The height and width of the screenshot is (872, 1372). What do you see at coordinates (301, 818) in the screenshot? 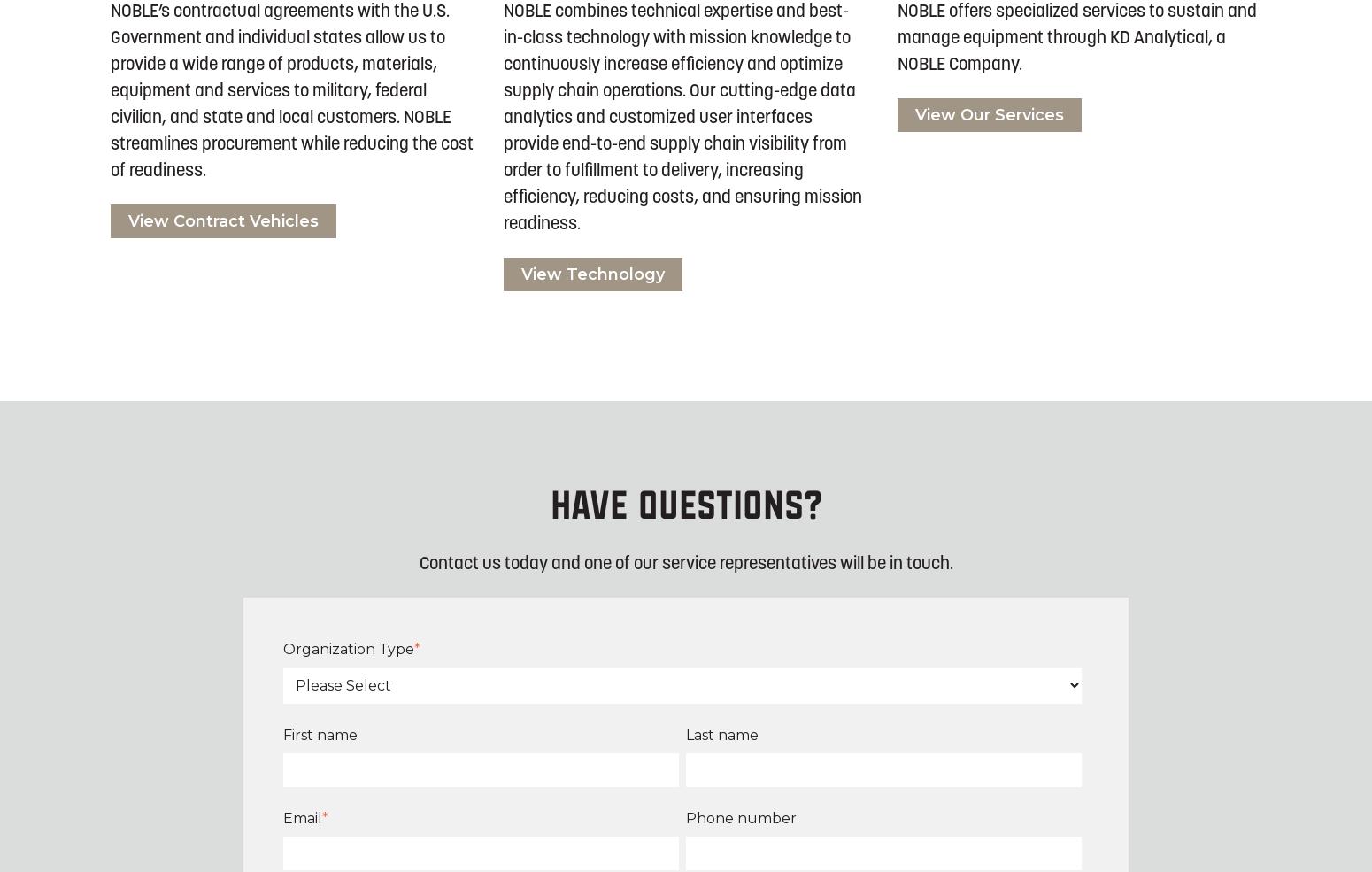
I see `'Email'` at bounding box center [301, 818].